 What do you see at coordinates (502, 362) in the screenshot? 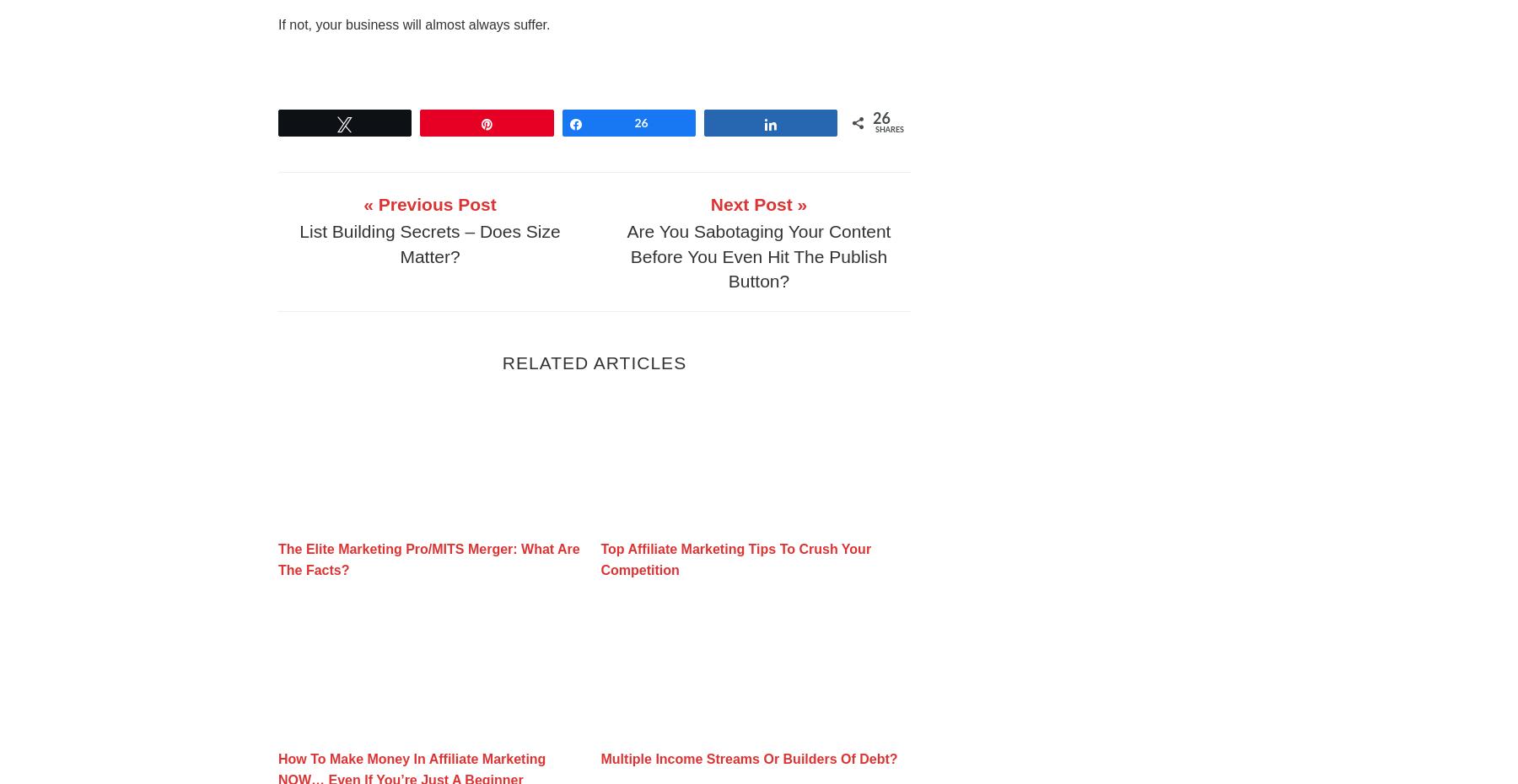
I see `'Related Articles'` at bounding box center [502, 362].